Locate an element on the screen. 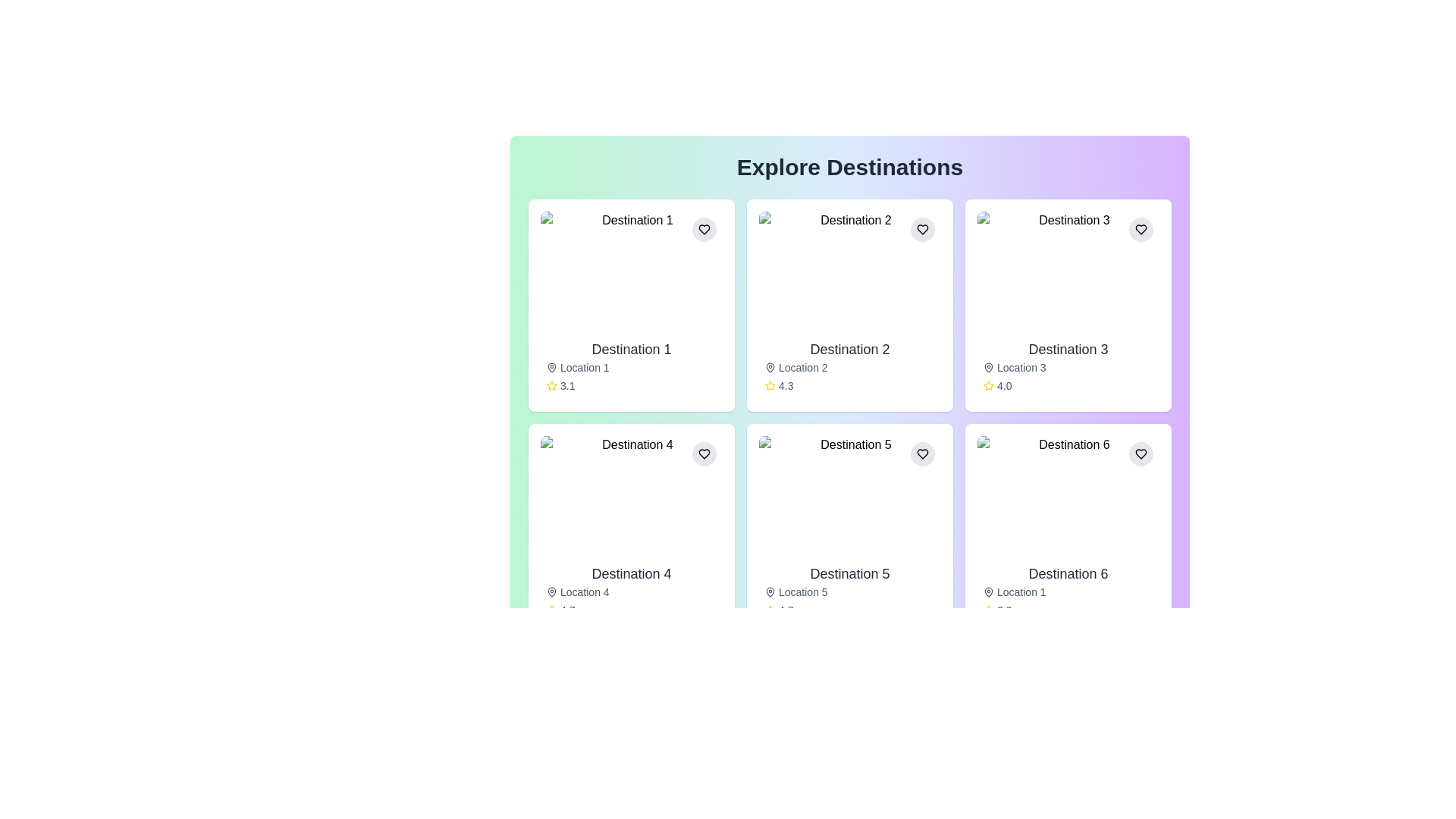 Image resolution: width=1456 pixels, height=819 pixels. the rating icon next to the text '3.1' on the destination card located in the top-left corner of the grid layout is located at coordinates (551, 385).